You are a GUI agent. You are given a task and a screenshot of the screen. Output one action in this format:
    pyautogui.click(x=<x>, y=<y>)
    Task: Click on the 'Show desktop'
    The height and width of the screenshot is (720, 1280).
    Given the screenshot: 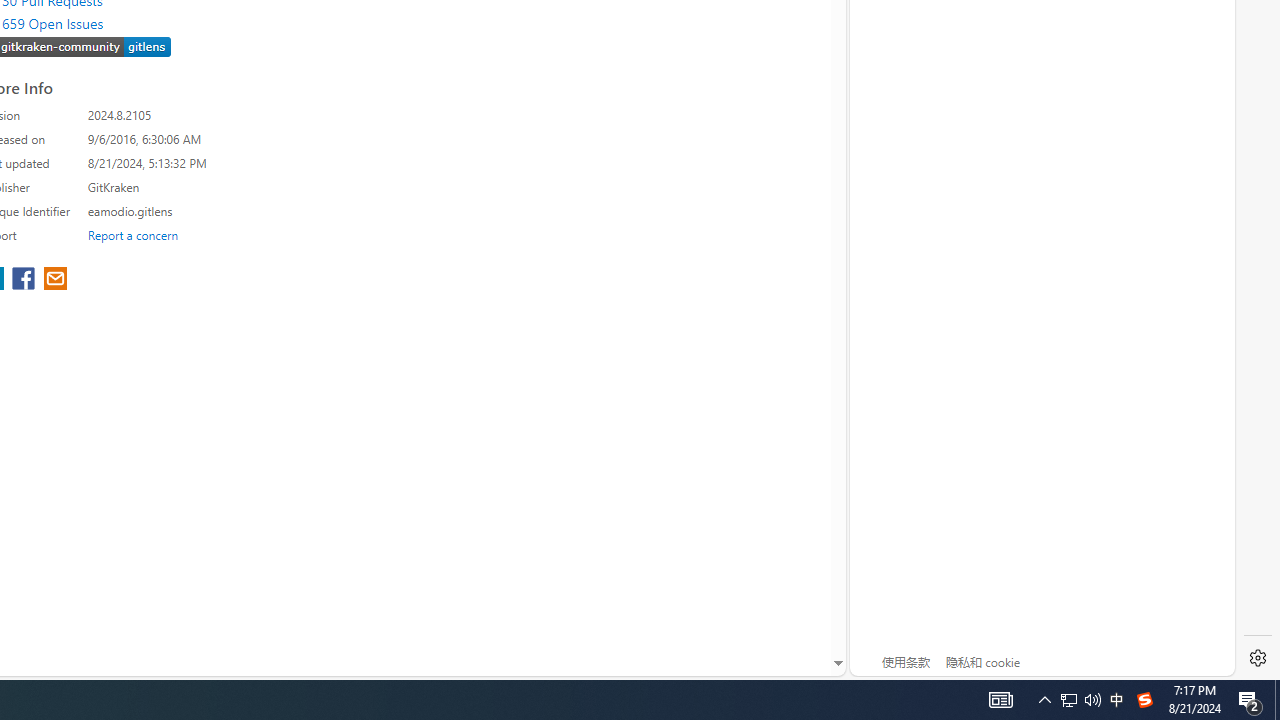 What is the action you would take?
    pyautogui.click(x=1276, y=698)
    